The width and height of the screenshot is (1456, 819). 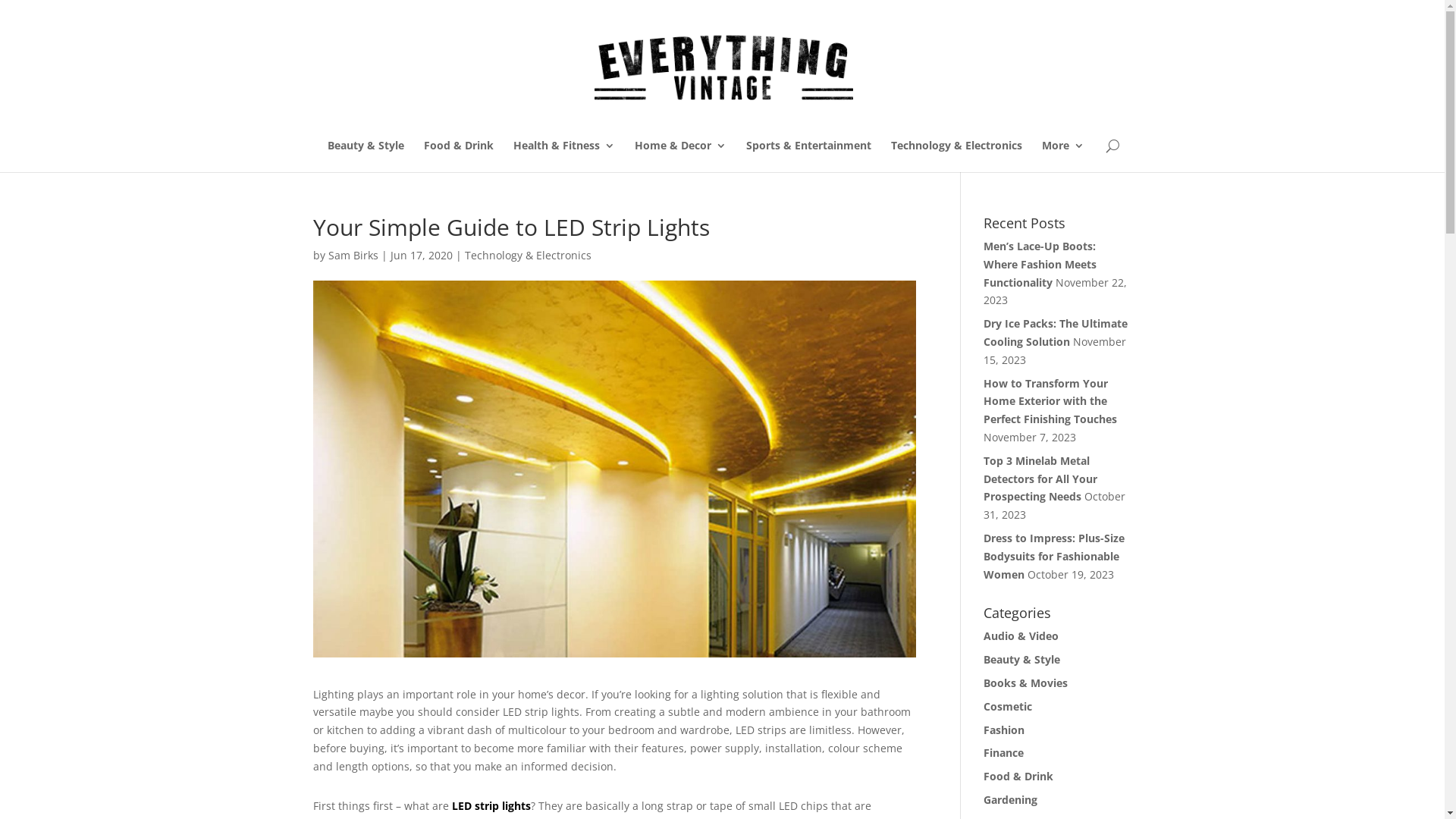 I want to click on 'Beauty & Style', so click(x=366, y=155).